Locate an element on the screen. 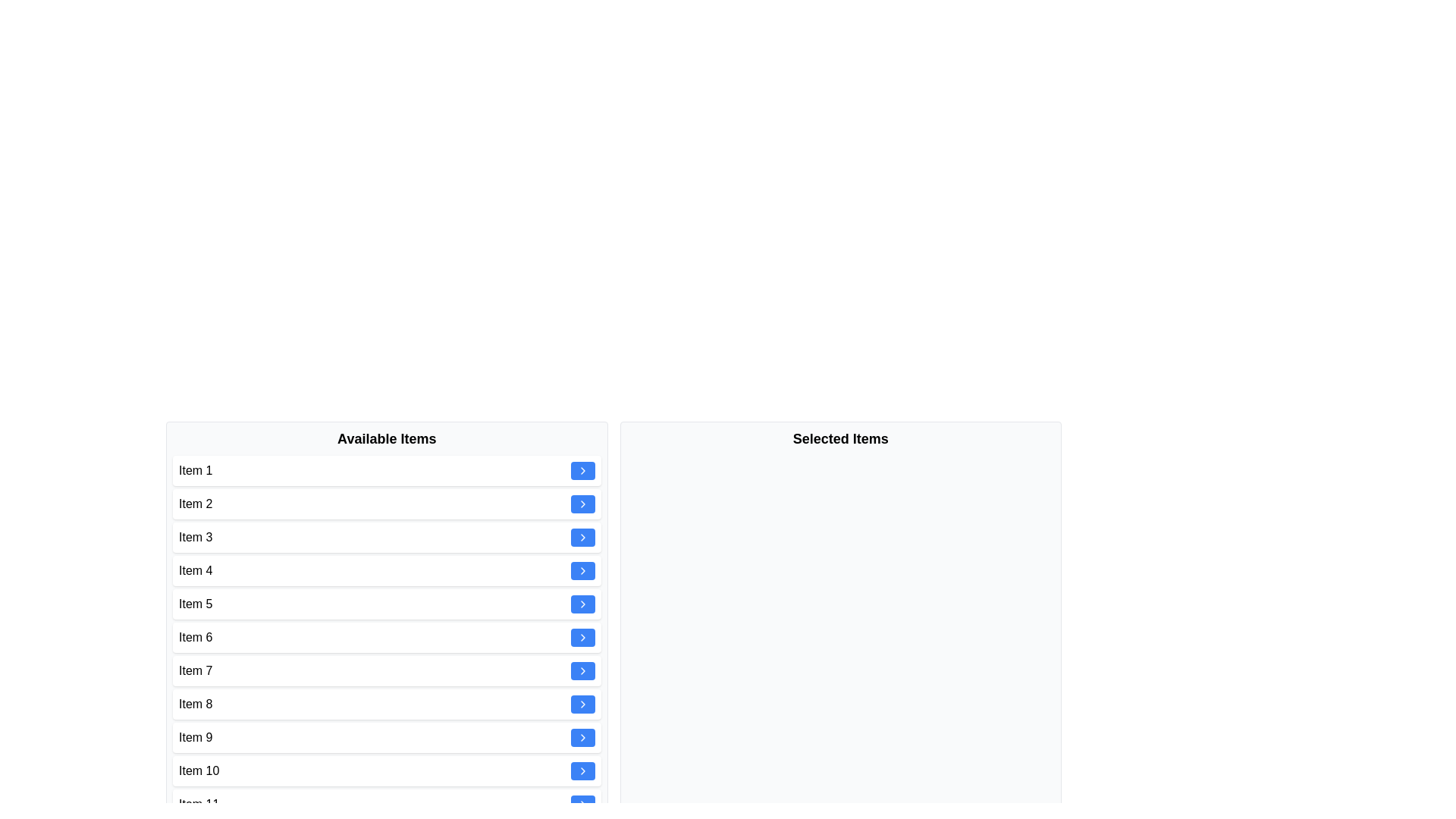 The height and width of the screenshot is (819, 1456). the rounded blue button icon located at the bottom-right corner of the list under 'Available Items' to receive visual feedback is located at coordinates (582, 803).